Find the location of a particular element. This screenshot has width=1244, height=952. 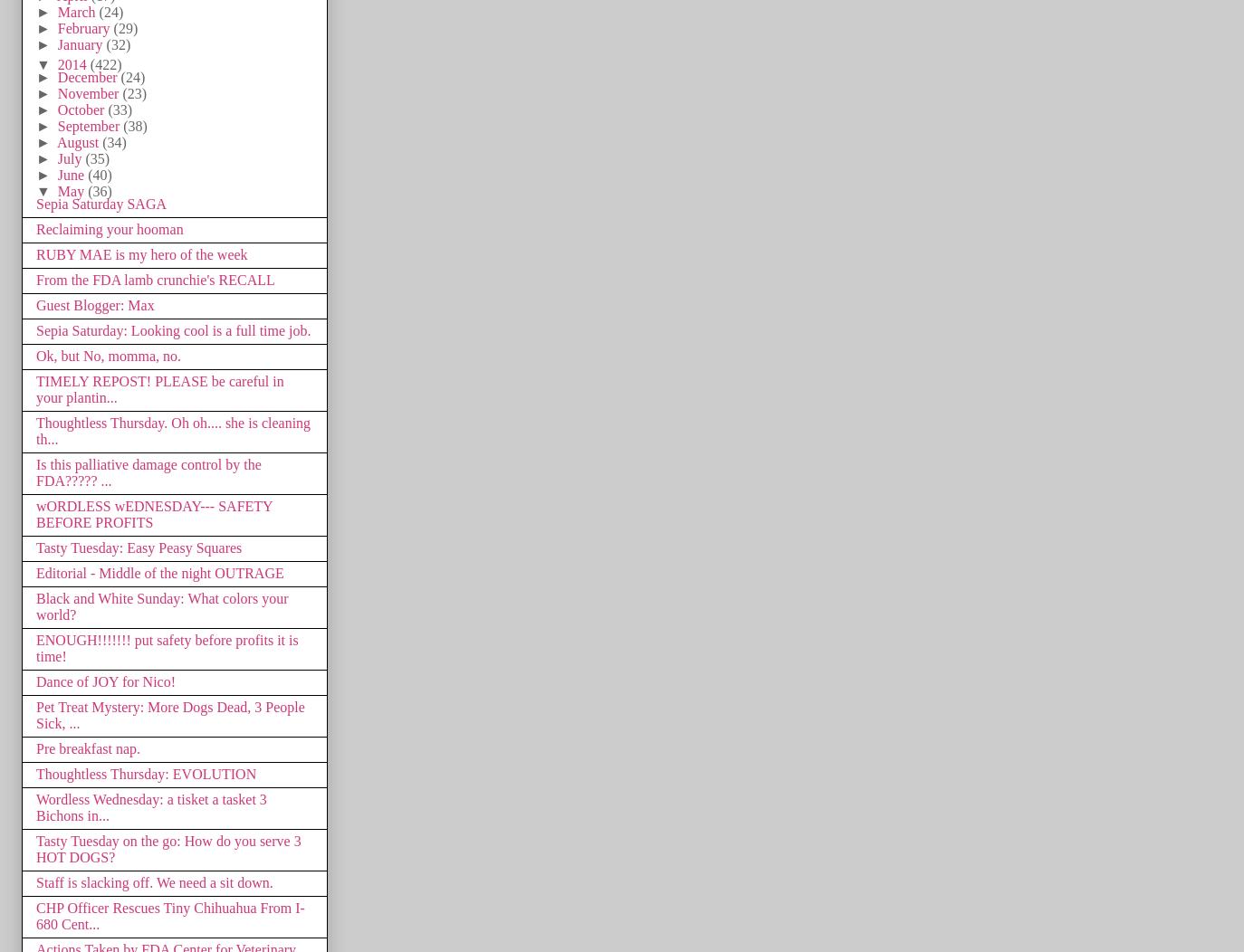

'(32)' is located at coordinates (117, 43).